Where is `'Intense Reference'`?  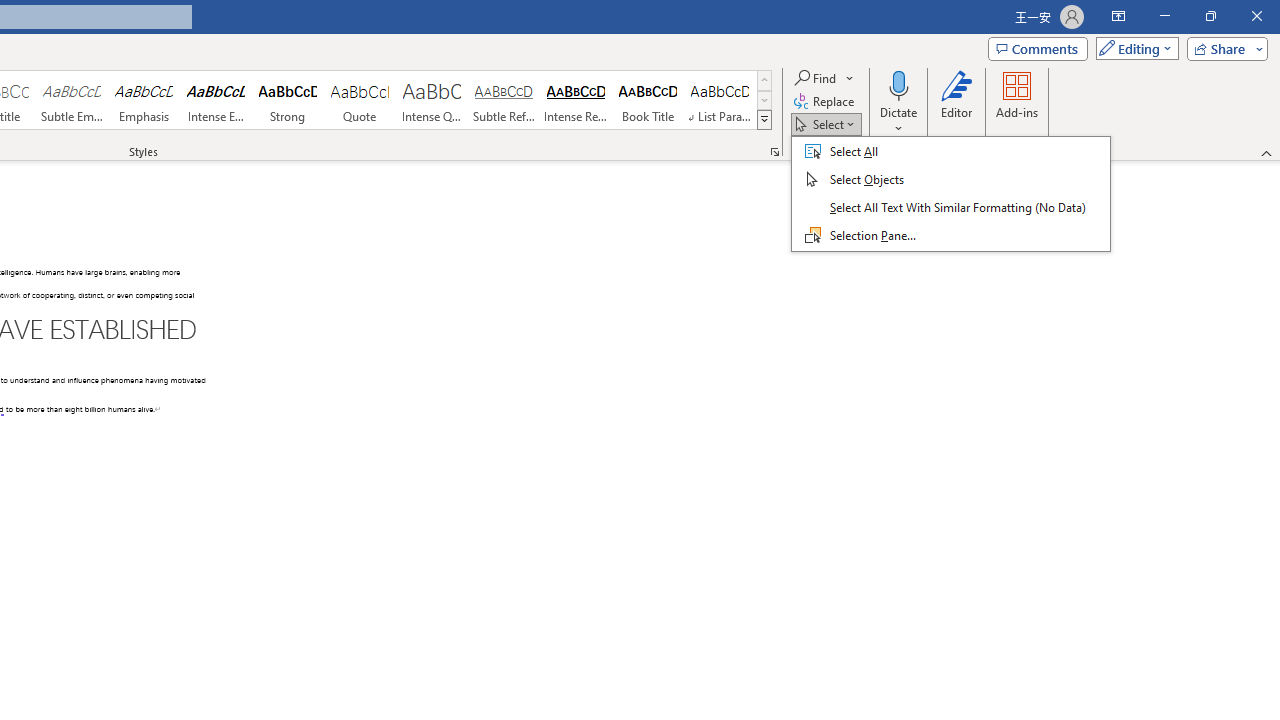 'Intense Reference' is located at coordinates (575, 100).